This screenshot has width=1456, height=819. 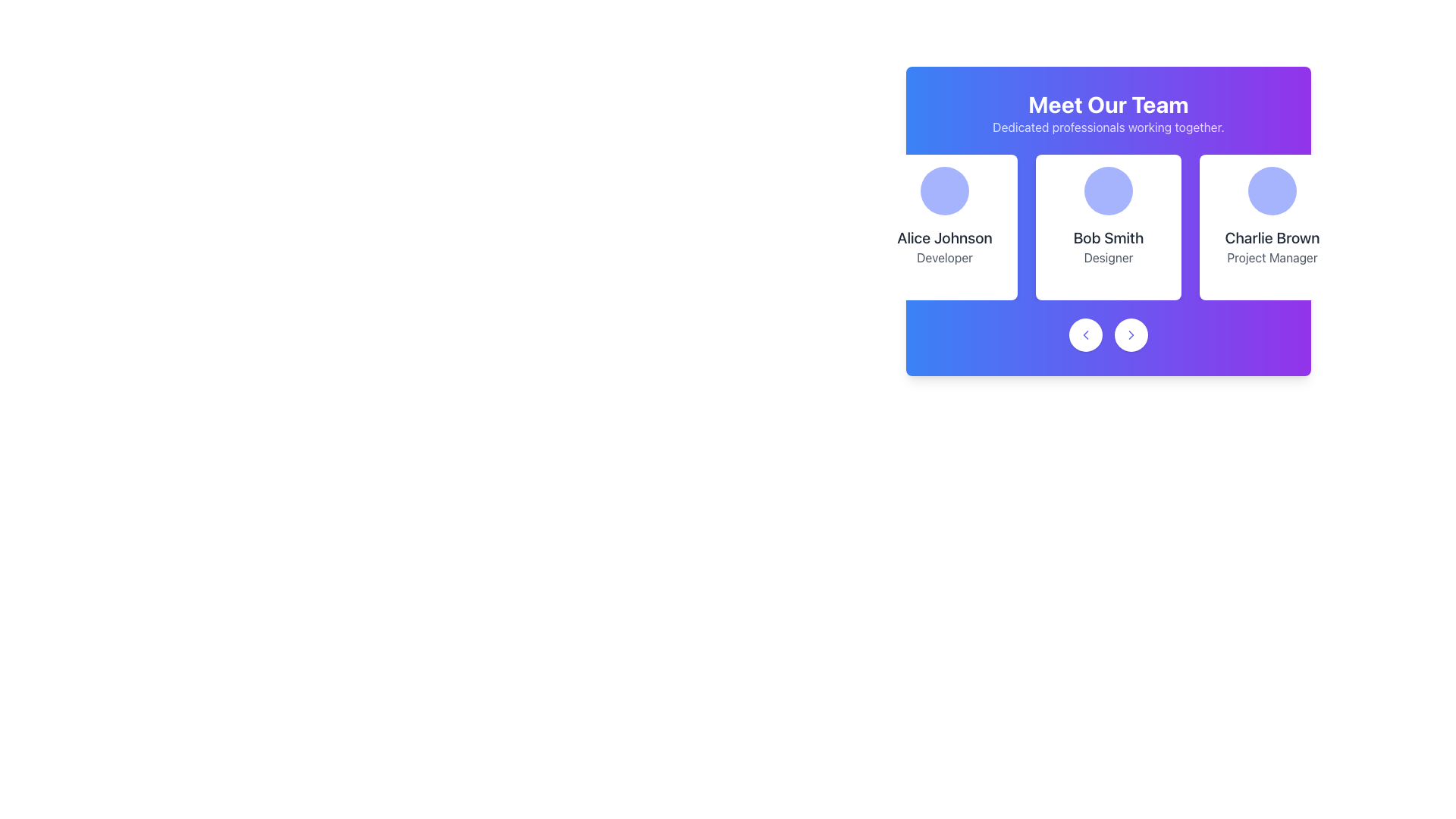 I want to click on the Text Label displaying 'Dedicated professionals working together.' which is centrally aligned below the 'Meet Our Team' heading, so click(x=1109, y=127).